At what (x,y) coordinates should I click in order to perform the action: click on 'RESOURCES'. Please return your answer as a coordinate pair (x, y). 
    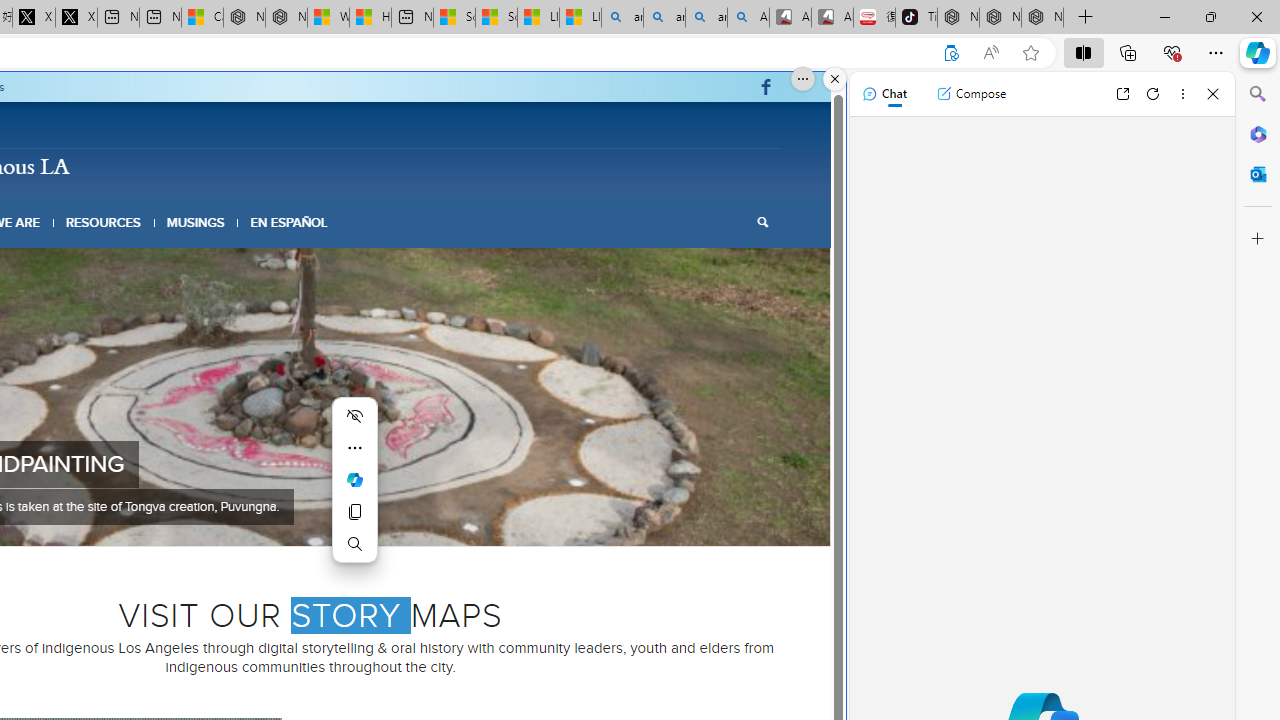
    Looking at the image, I should click on (102, 222).